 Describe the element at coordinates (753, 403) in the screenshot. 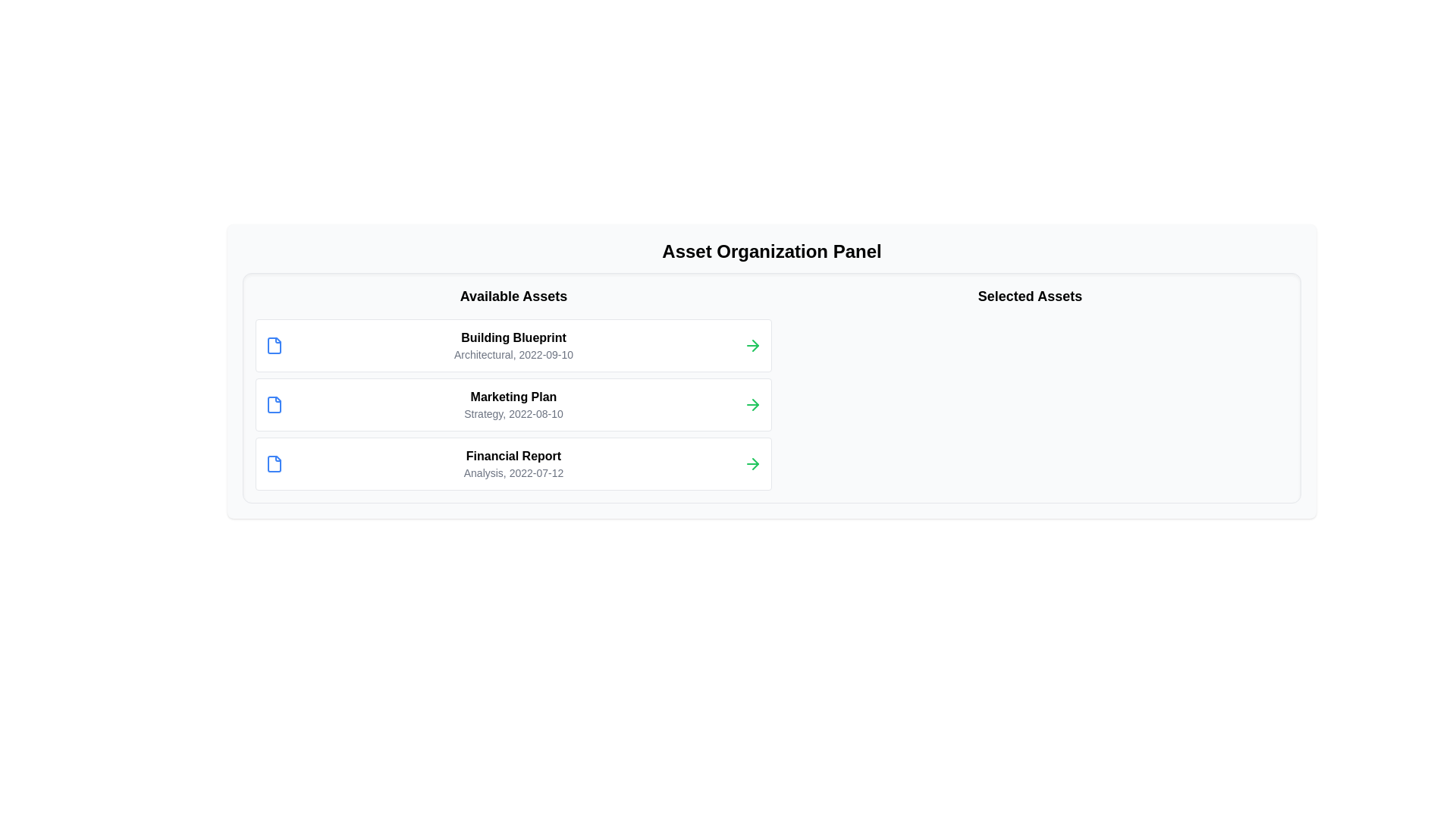

I see `the green arrow icon pointing to the right located at the end of the 'Marketing Plan' row in the 'Available Assets' section` at that location.